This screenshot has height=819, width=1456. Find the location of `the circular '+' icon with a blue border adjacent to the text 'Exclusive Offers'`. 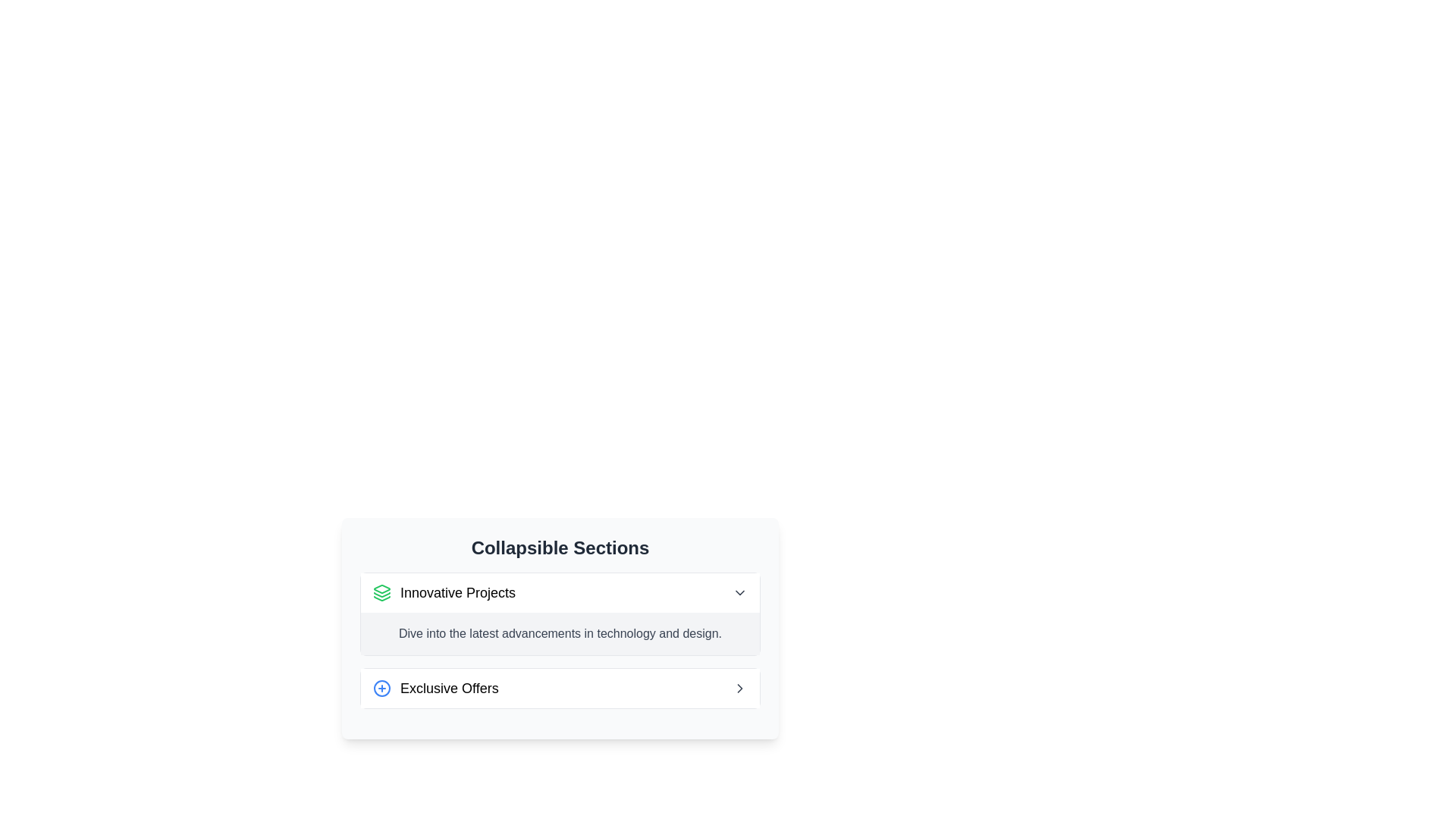

the circular '+' icon with a blue border adjacent to the text 'Exclusive Offers' is located at coordinates (382, 688).